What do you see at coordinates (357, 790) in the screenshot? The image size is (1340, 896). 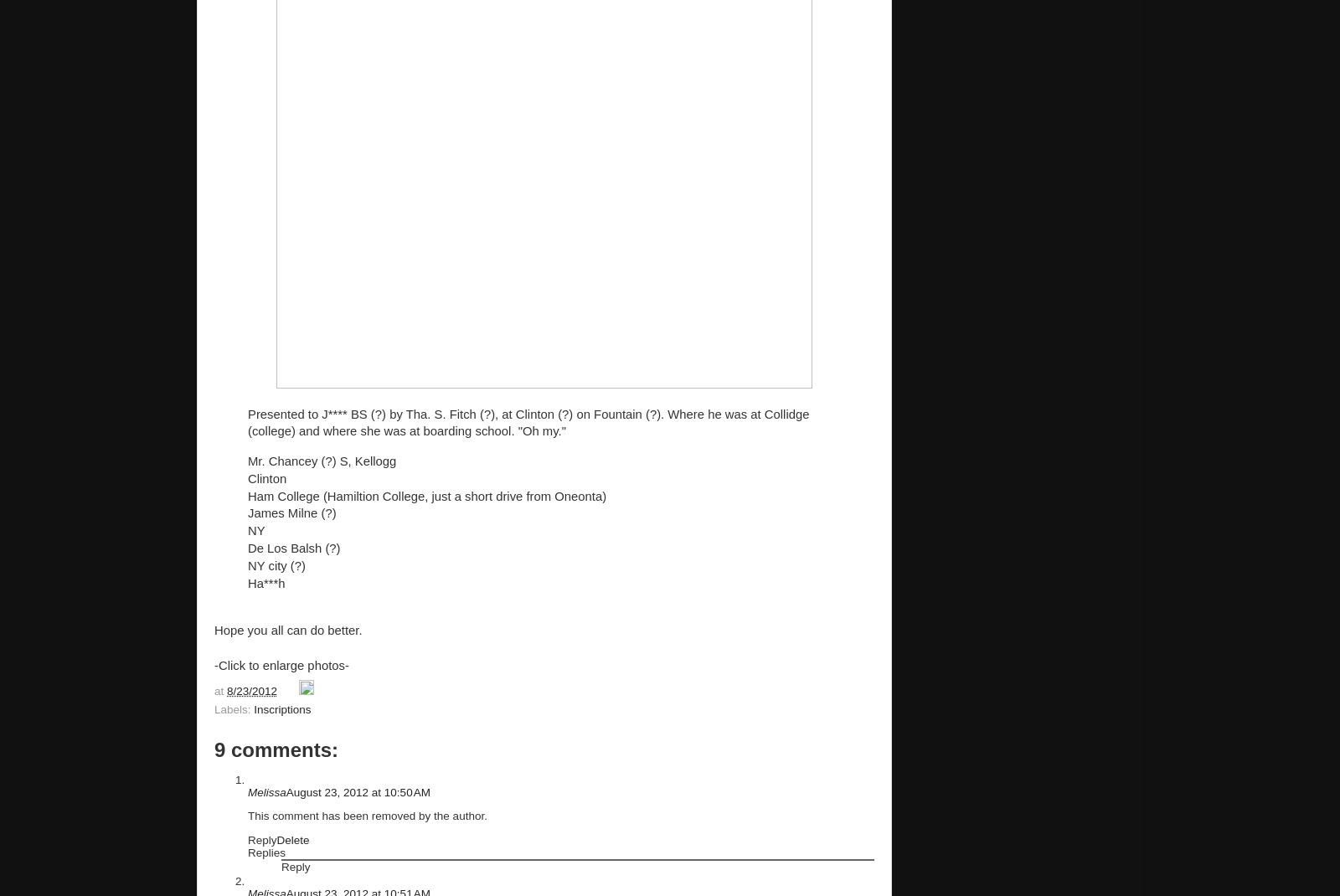 I see `'August 23, 2012 at 10:50 AM'` at bounding box center [357, 790].